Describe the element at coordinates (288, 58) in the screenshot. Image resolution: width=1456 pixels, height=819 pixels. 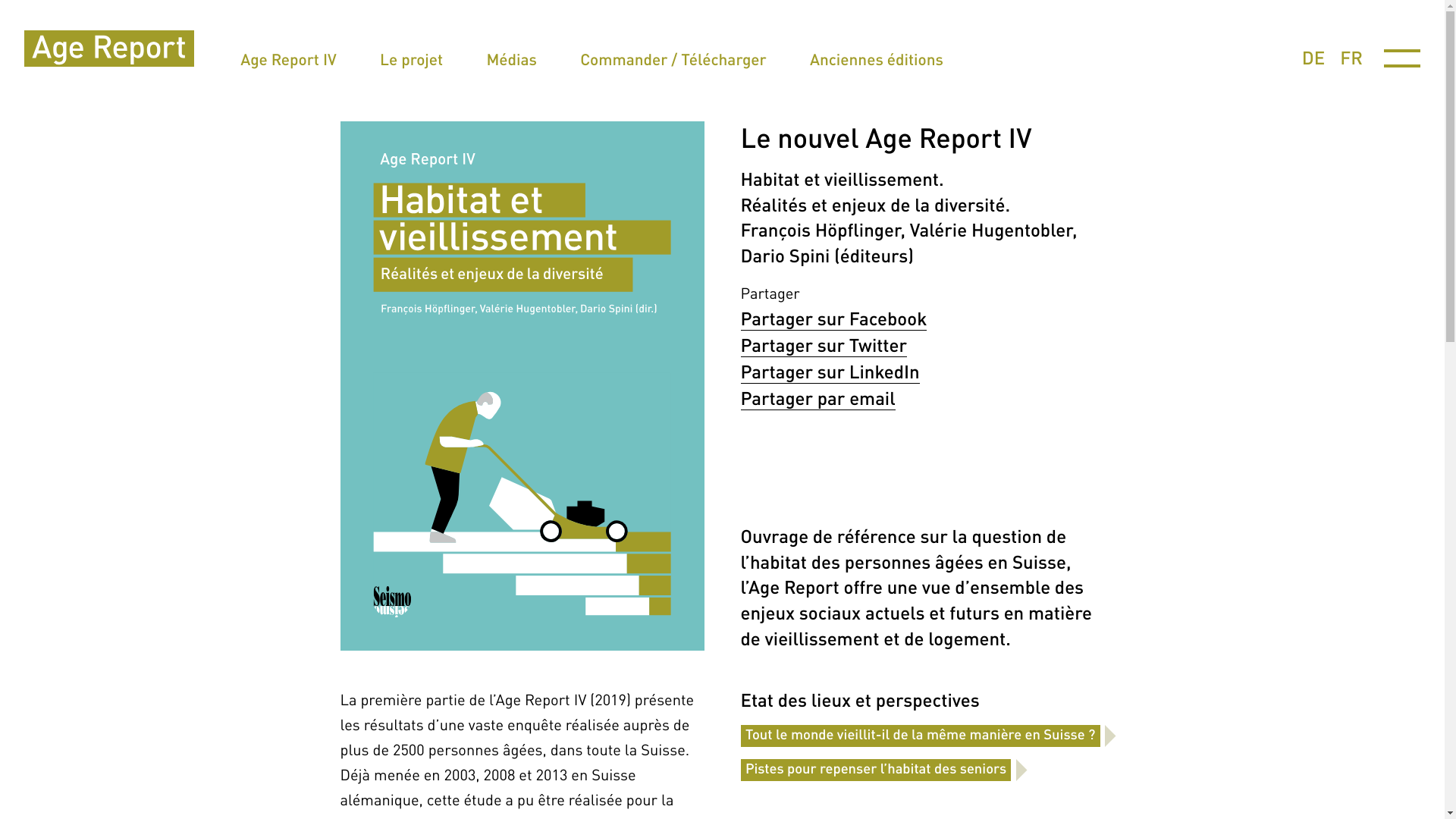
I see `'Age Report IV'` at that location.